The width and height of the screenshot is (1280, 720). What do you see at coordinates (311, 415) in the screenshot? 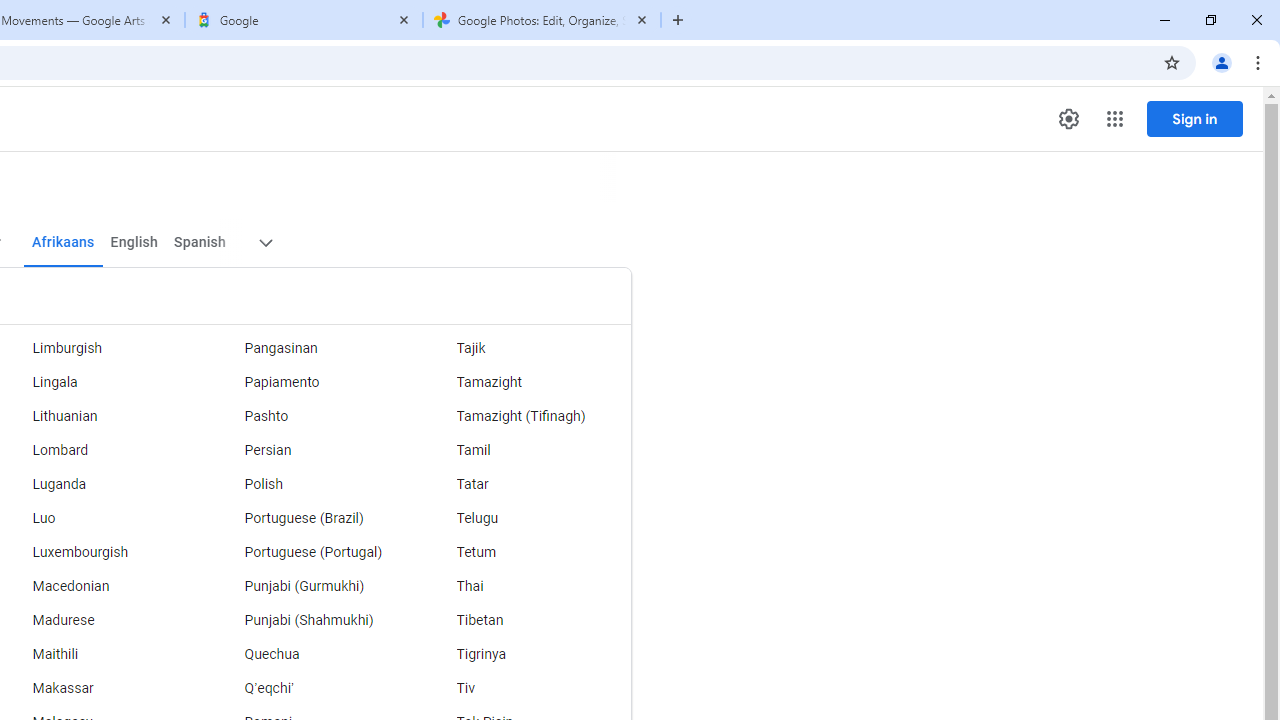
I see `'Pashto'` at bounding box center [311, 415].